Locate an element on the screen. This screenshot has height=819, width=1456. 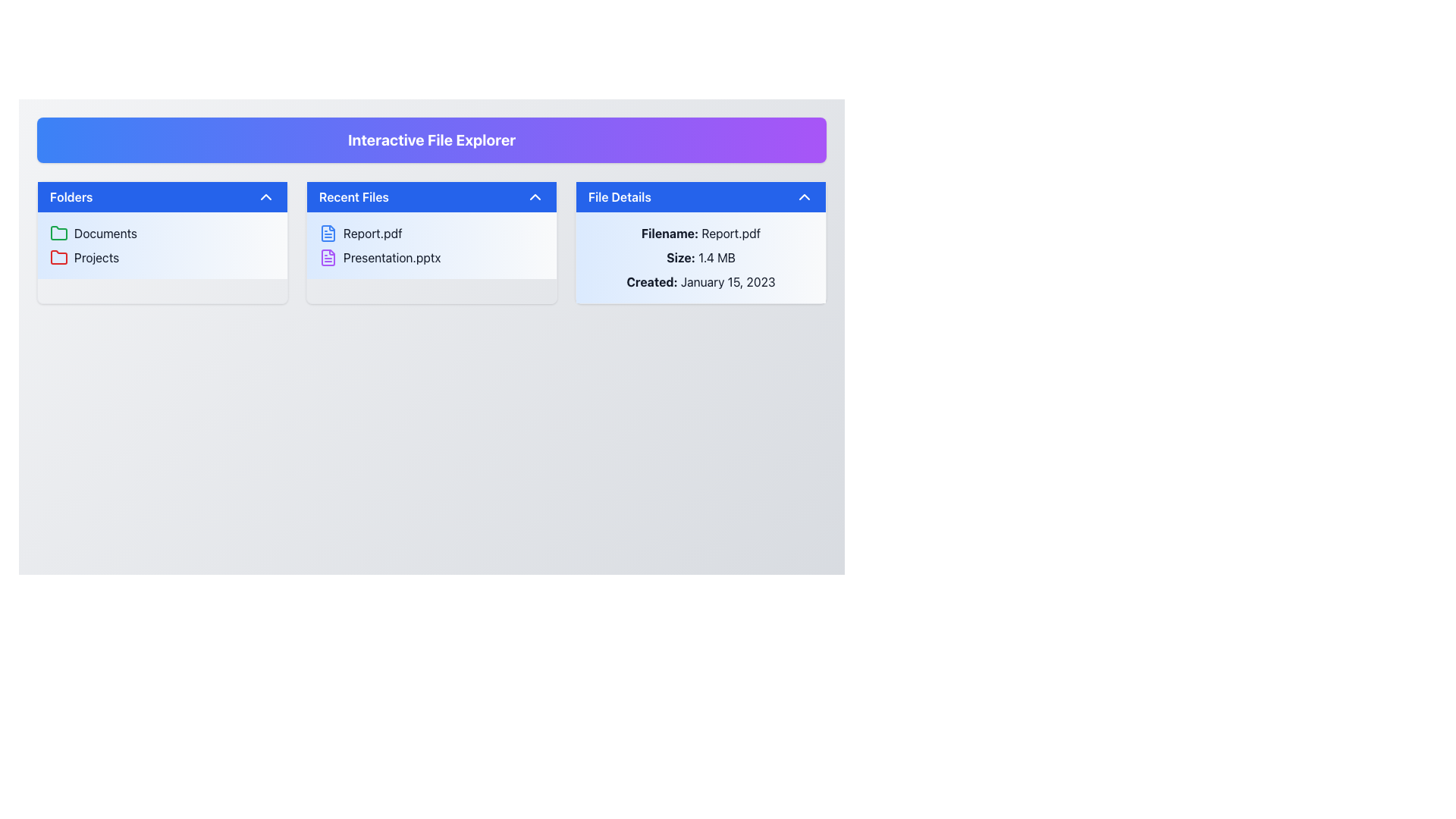
the text label for the file 'Presentation.pptx' located is located at coordinates (392, 256).